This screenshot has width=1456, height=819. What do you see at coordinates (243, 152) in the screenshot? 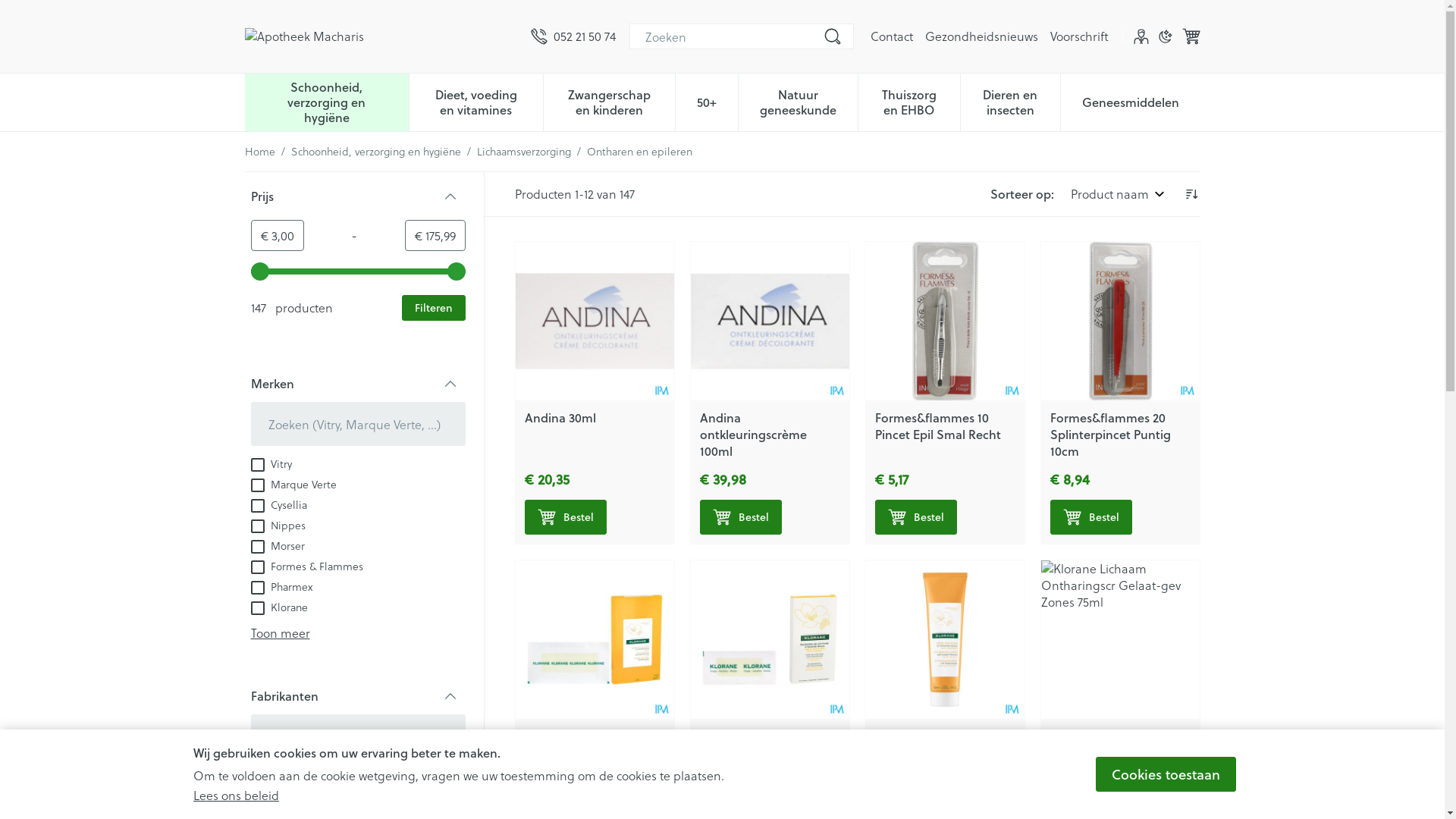
I see `'Home'` at bounding box center [243, 152].